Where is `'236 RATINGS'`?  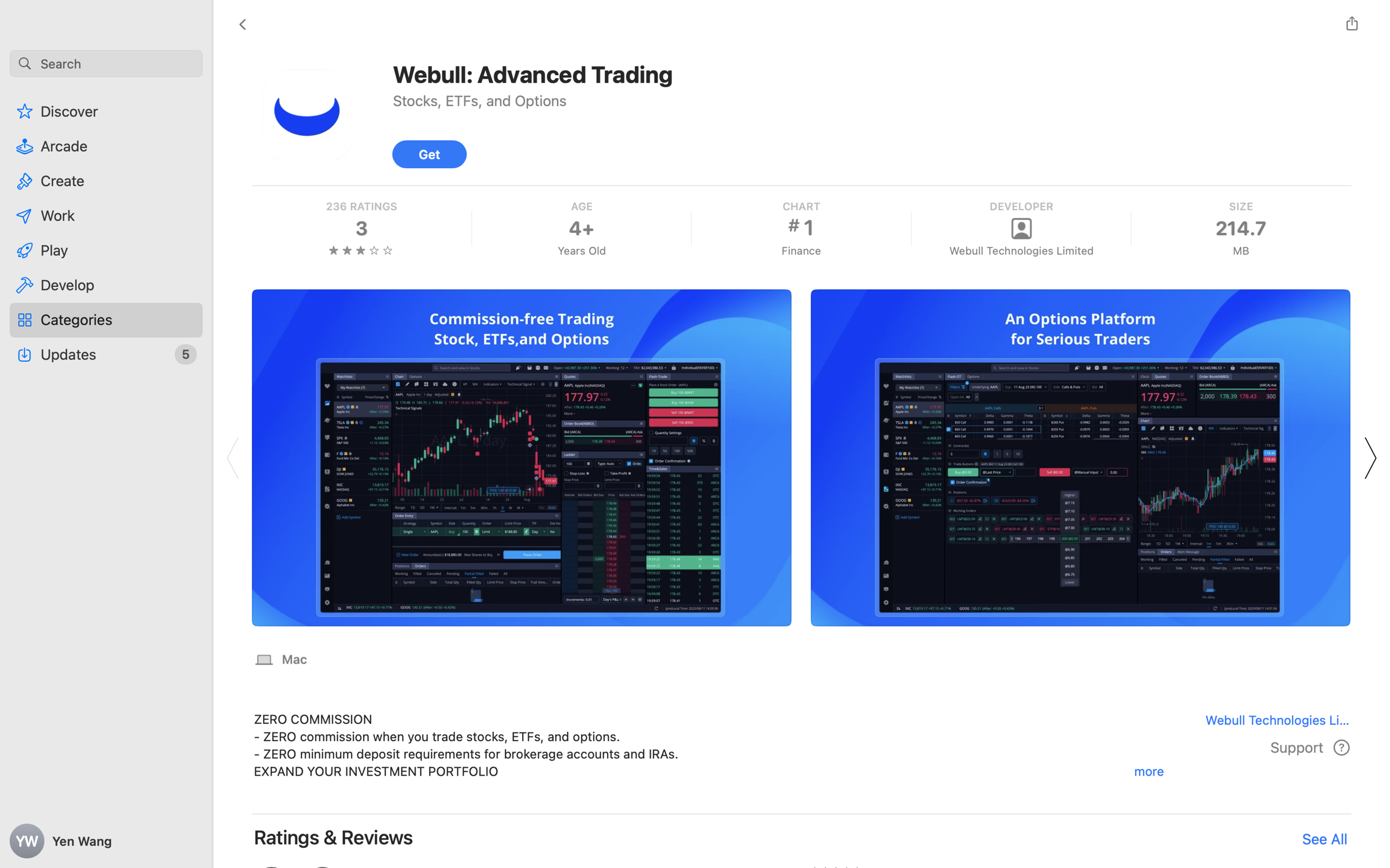
'236 RATINGS' is located at coordinates (361, 206).